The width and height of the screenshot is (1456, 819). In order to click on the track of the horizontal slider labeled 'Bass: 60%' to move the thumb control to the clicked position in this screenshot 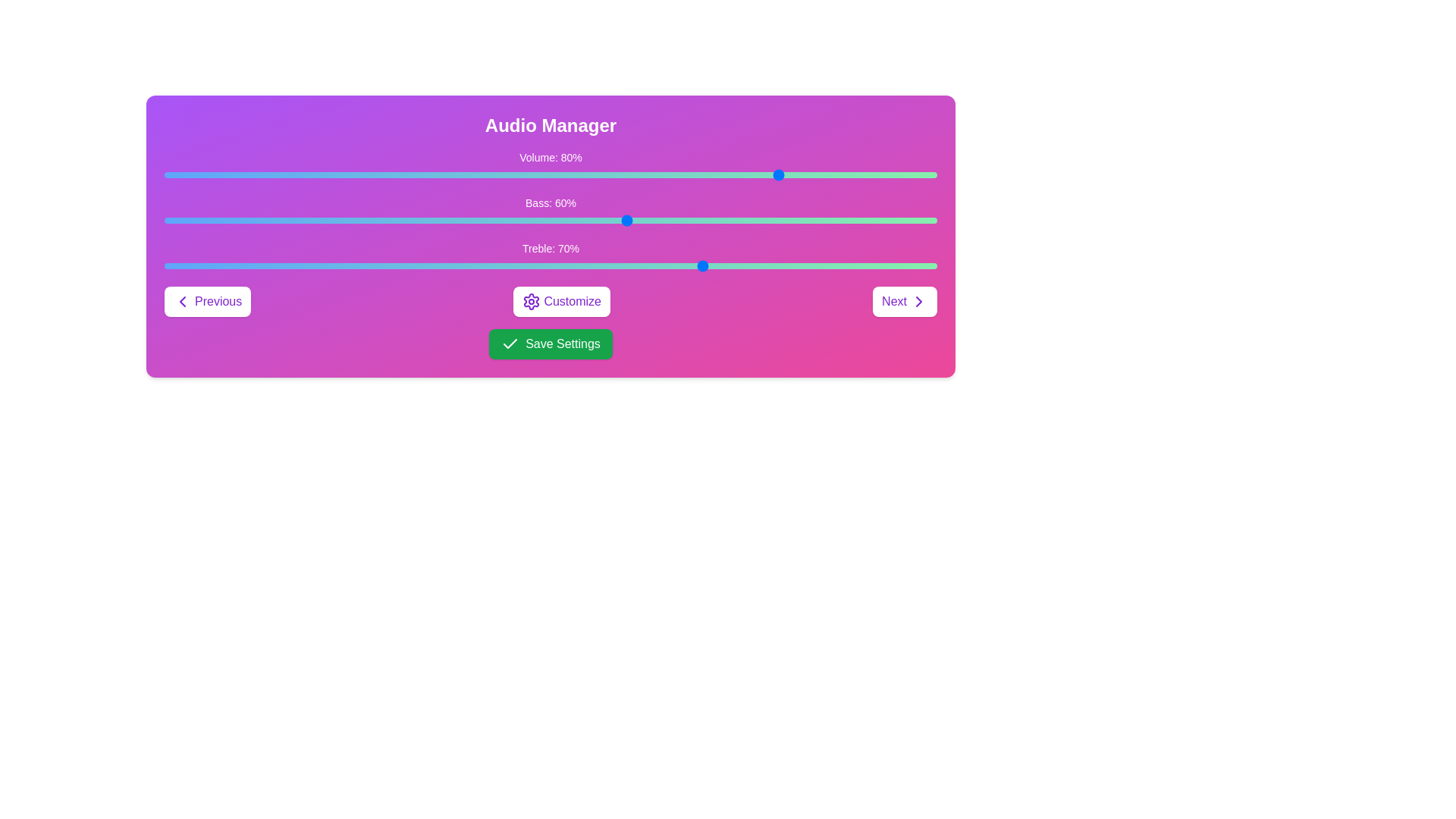, I will do `click(550, 220)`.